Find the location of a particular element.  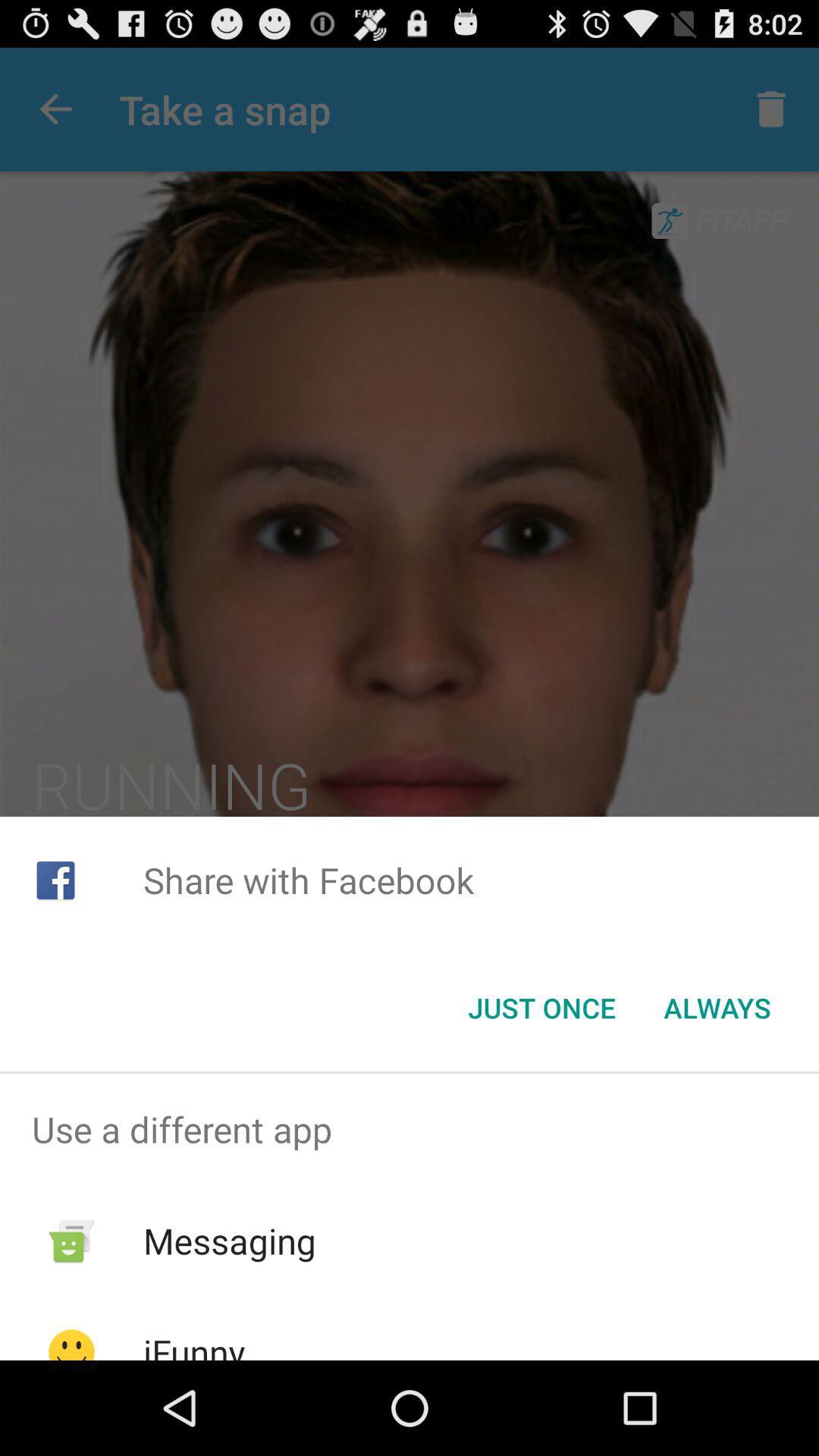

the use a different is located at coordinates (409, 1129).